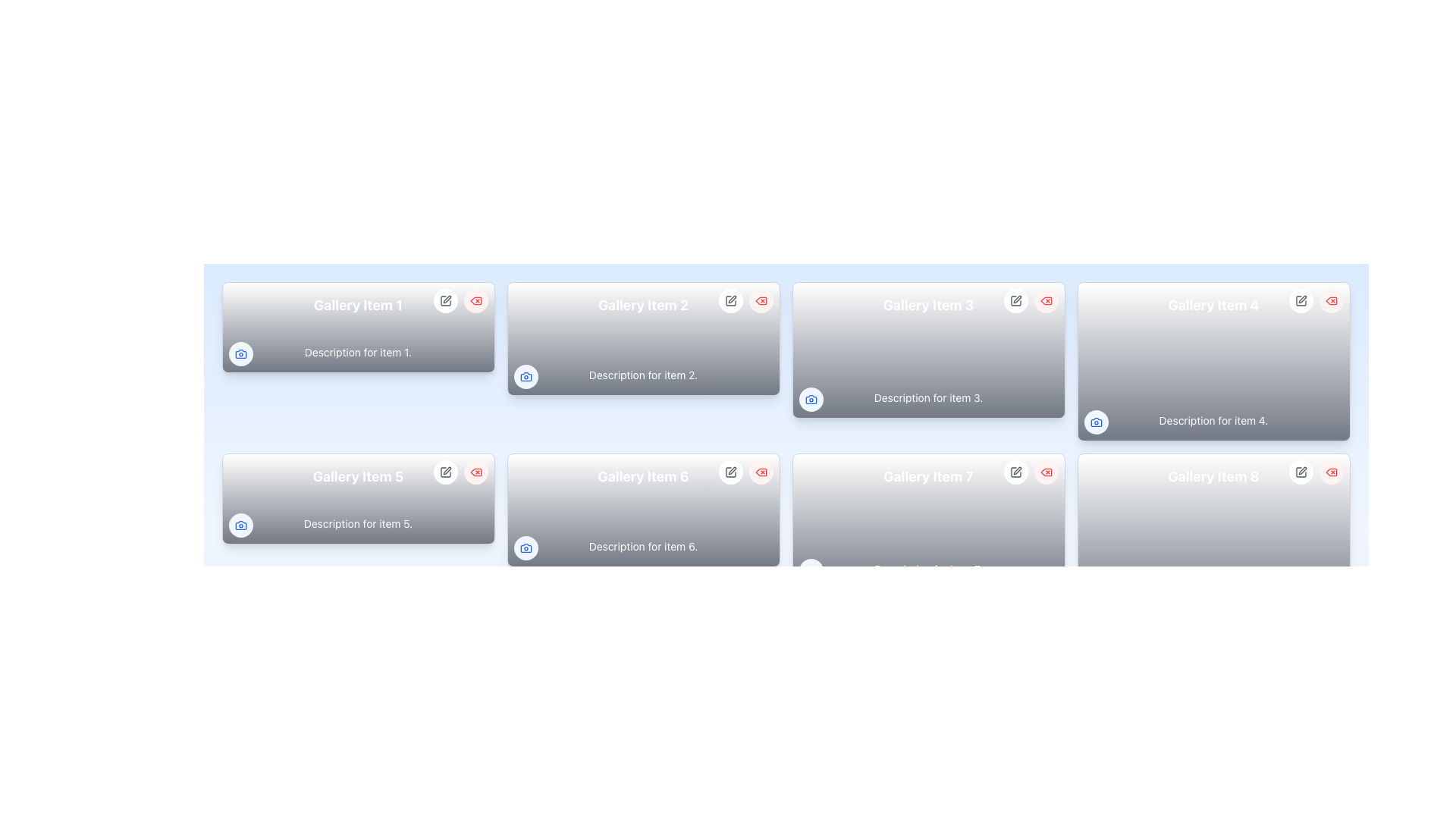  Describe the element at coordinates (1045, 472) in the screenshot. I see `the delete Icon button located at the top-right corner of 'Gallery Item 7'` at that location.